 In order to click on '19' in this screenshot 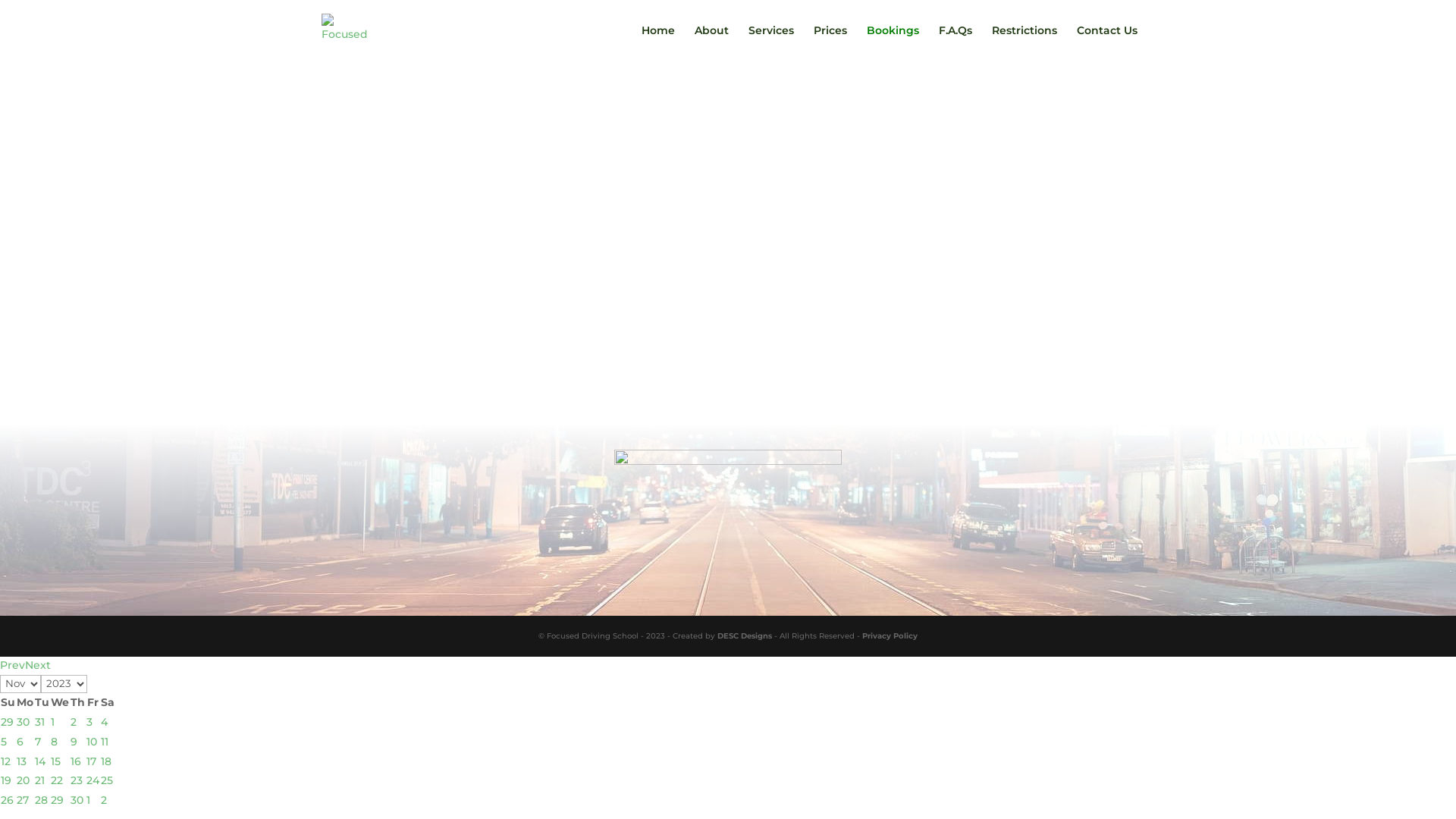, I will do `click(6, 780)`.